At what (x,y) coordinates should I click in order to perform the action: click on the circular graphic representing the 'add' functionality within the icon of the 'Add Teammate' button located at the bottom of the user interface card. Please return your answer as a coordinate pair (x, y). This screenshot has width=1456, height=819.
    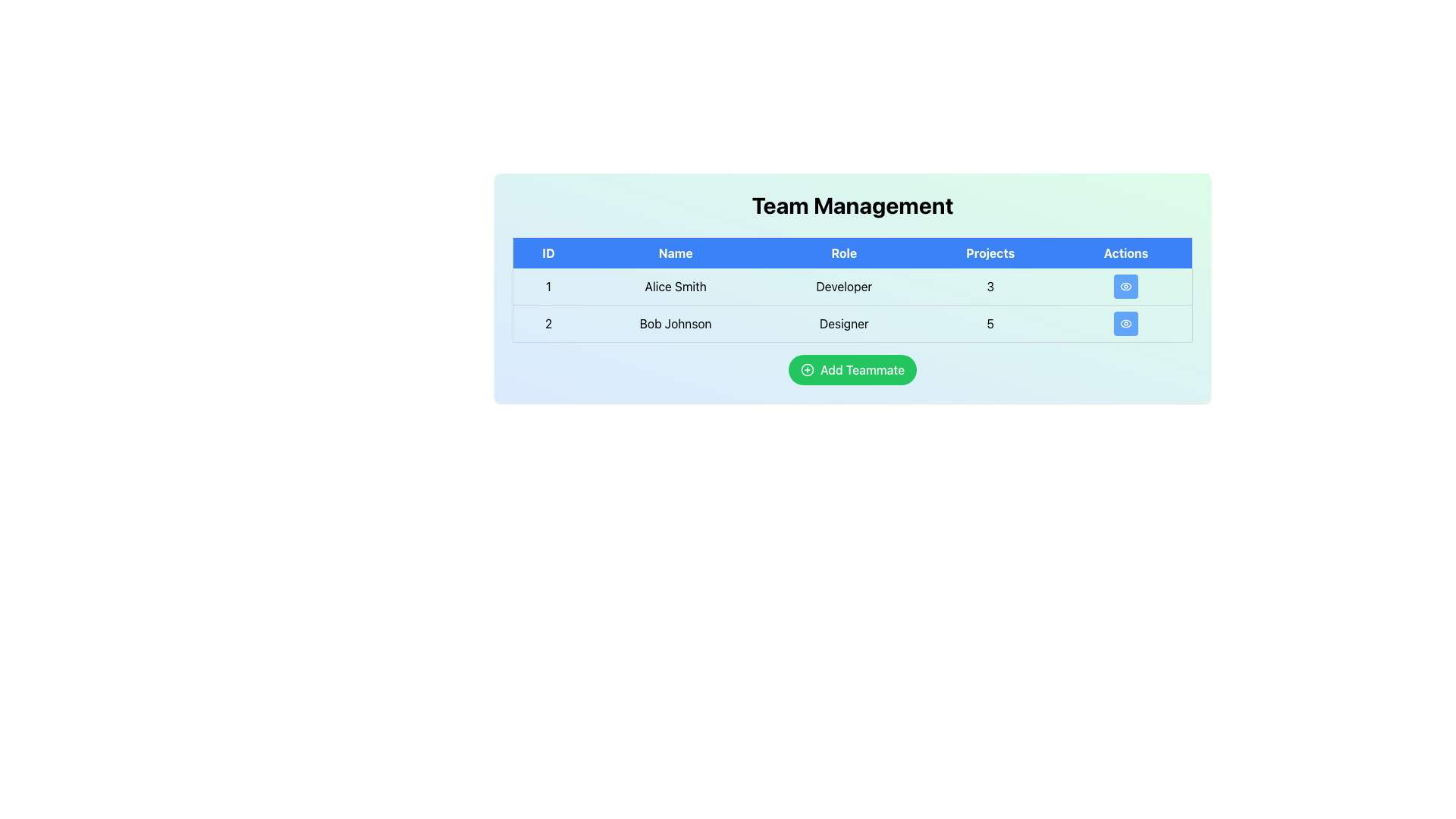
    Looking at the image, I should click on (806, 370).